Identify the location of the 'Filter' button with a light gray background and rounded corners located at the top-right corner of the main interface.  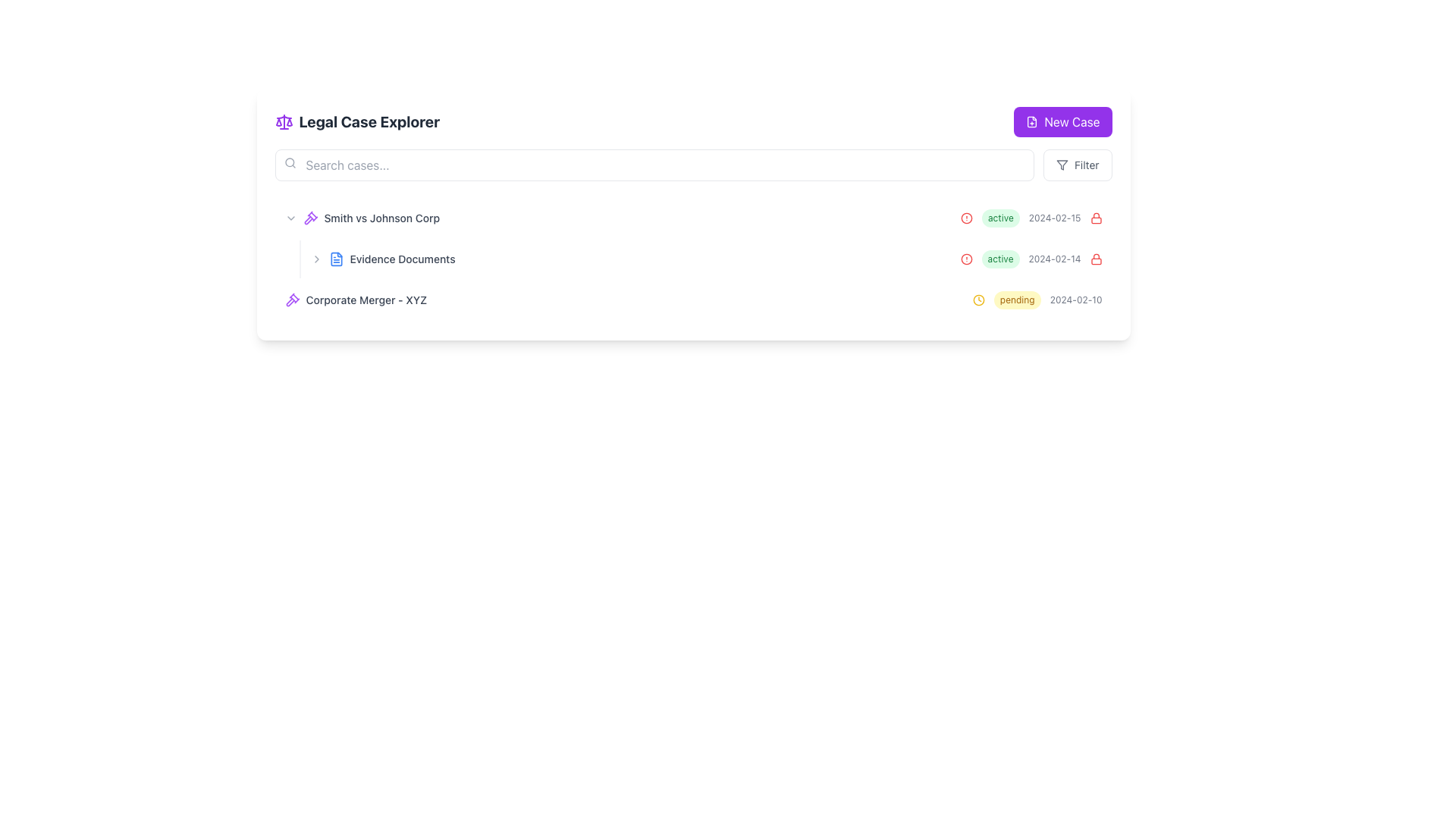
(1077, 165).